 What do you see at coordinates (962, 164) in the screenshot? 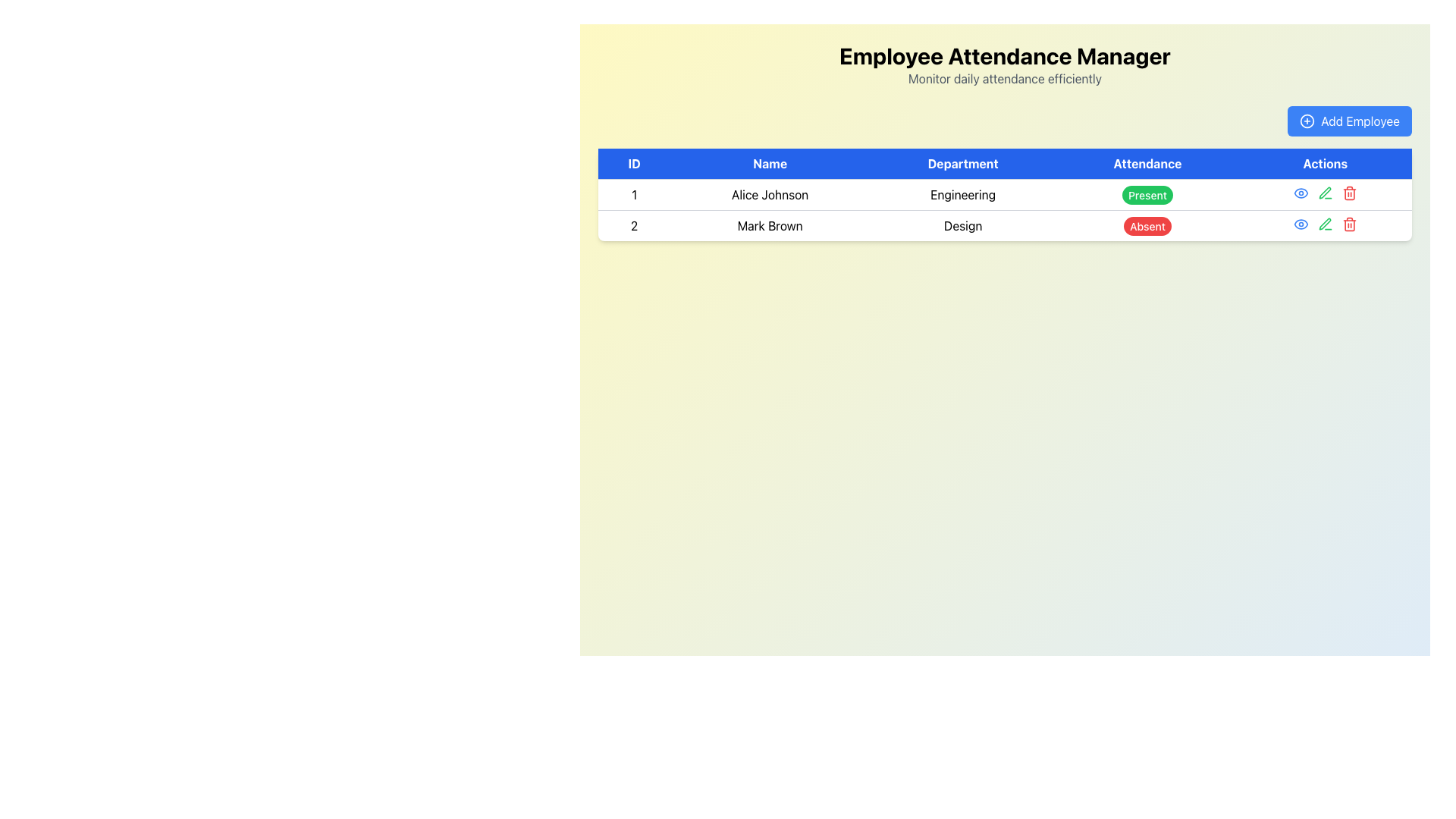
I see `the blue rectangular button-like Table Header labeled 'Department', which is the third header in a row of five, positioned between 'Name' and 'Attendance'` at bounding box center [962, 164].